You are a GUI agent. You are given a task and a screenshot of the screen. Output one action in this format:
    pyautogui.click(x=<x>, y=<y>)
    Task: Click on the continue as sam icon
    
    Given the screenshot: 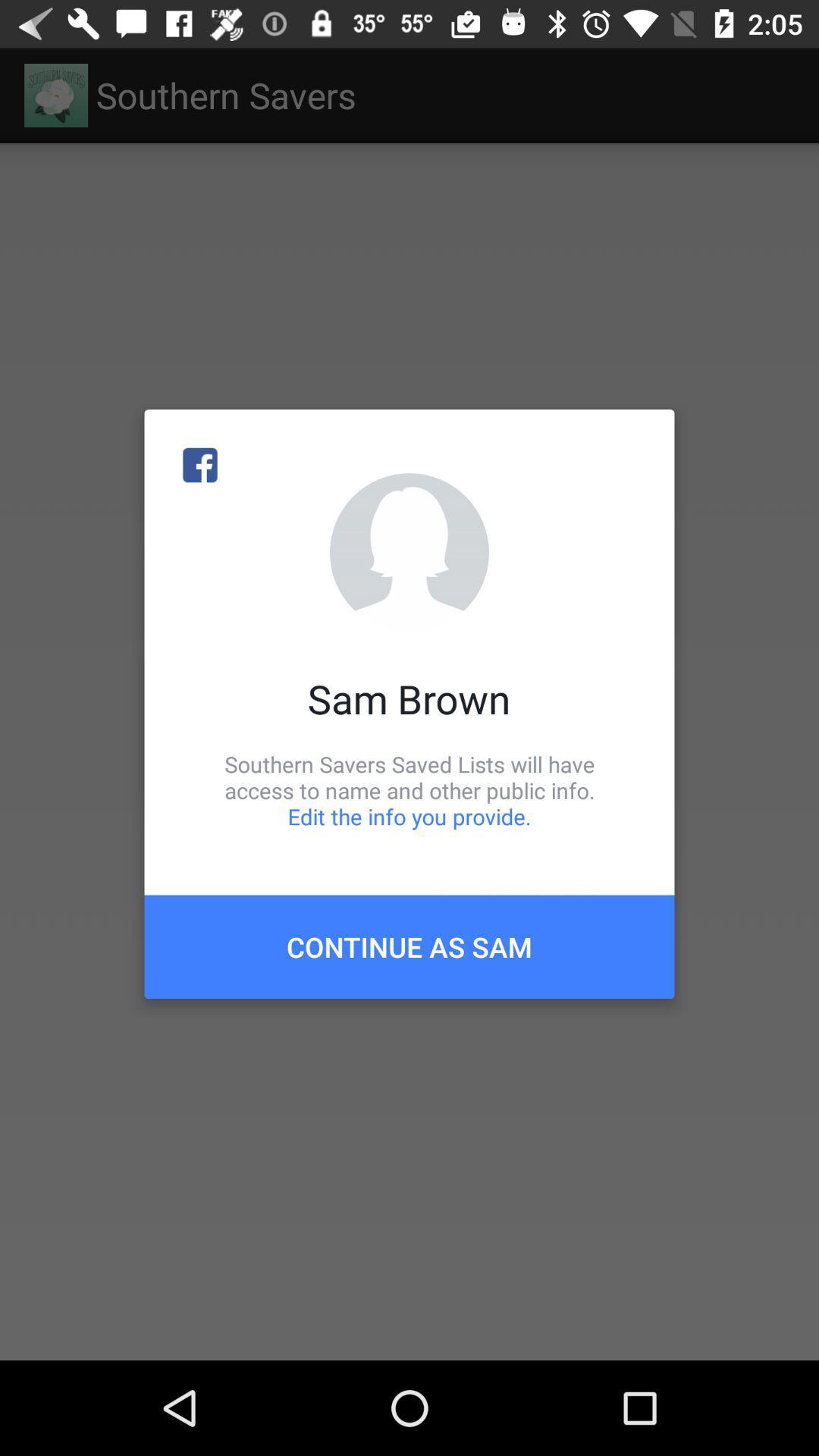 What is the action you would take?
    pyautogui.click(x=409, y=946)
    